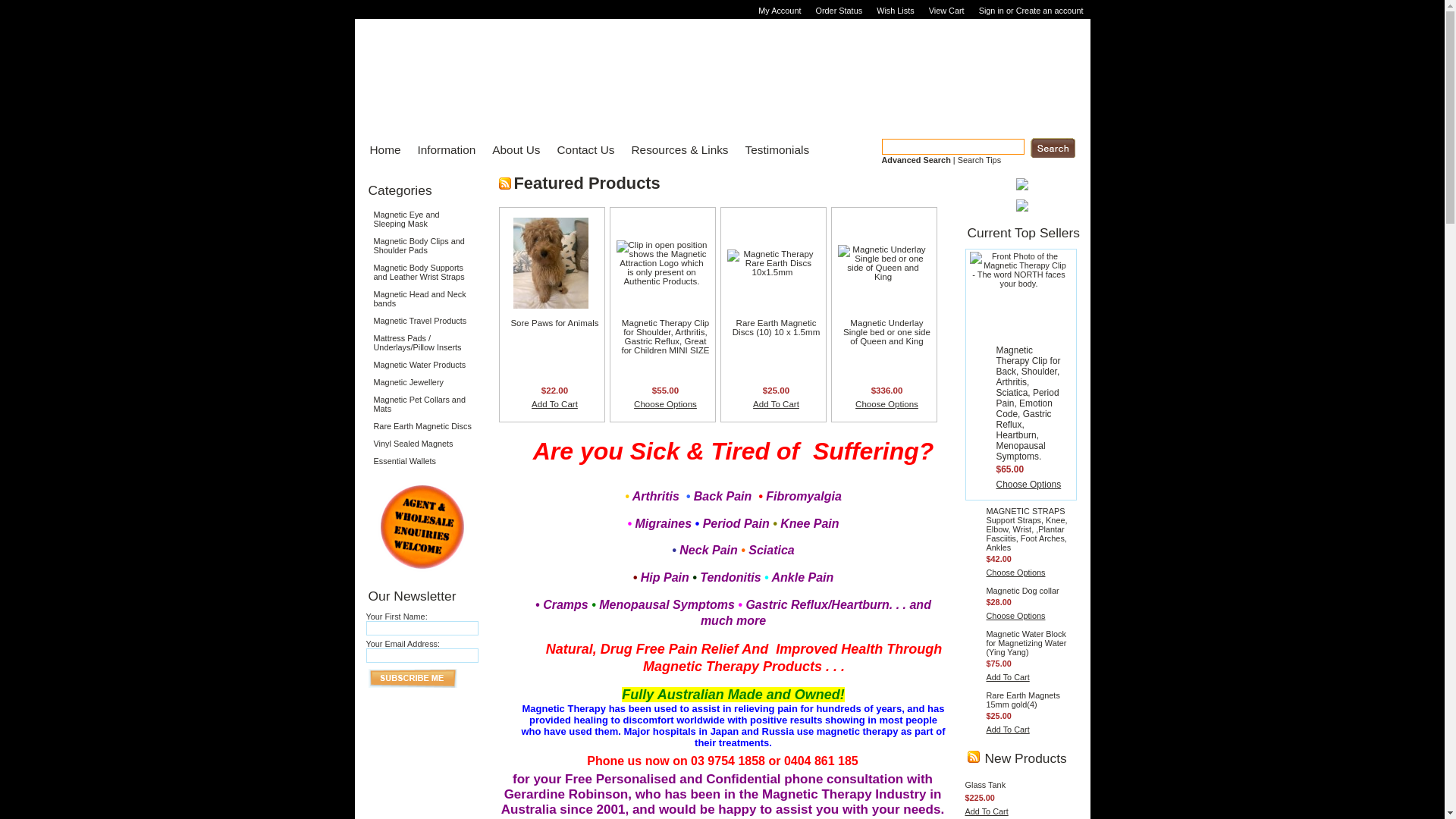 The image size is (1456, 819). What do you see at coordinates (1026, 643) in the screenshot?
I see `'Magnetic Water Block for Magnetizing Water (Ying Yang)'` at bounding box center [1026, 643].